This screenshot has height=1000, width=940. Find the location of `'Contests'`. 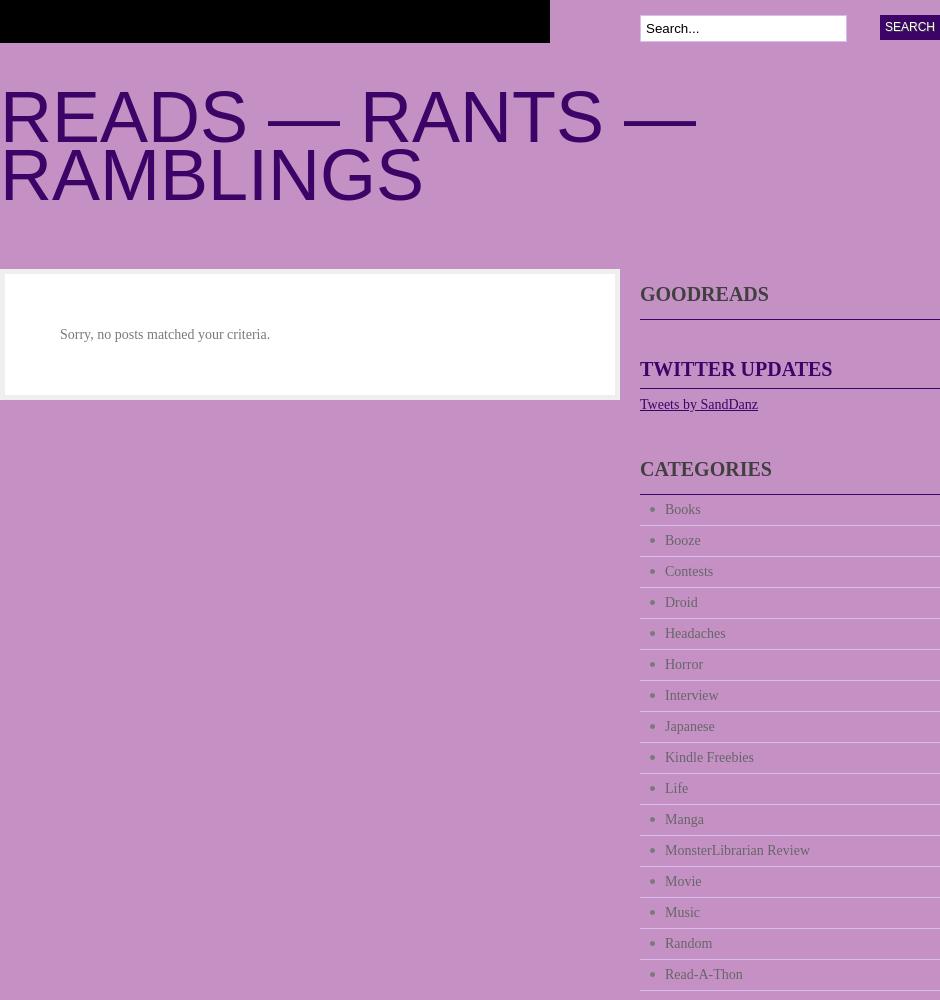

'Contests' is located at coordinates (688, 570).